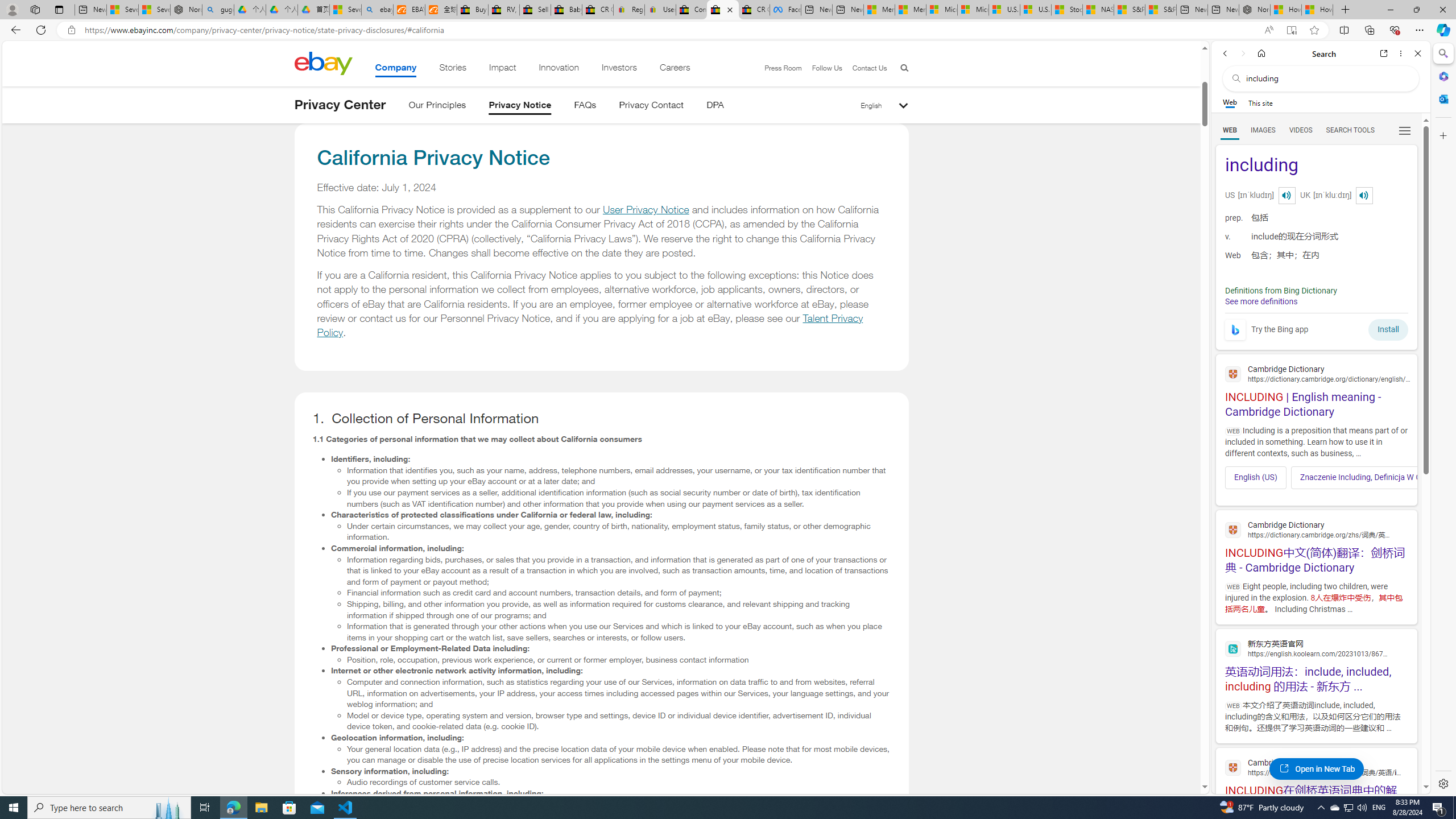 This screenshot has width=1456, height=819. Describe the element at coordinates (1384, 53) in the screenshot. I see `'Open link in new tab'` at that location.